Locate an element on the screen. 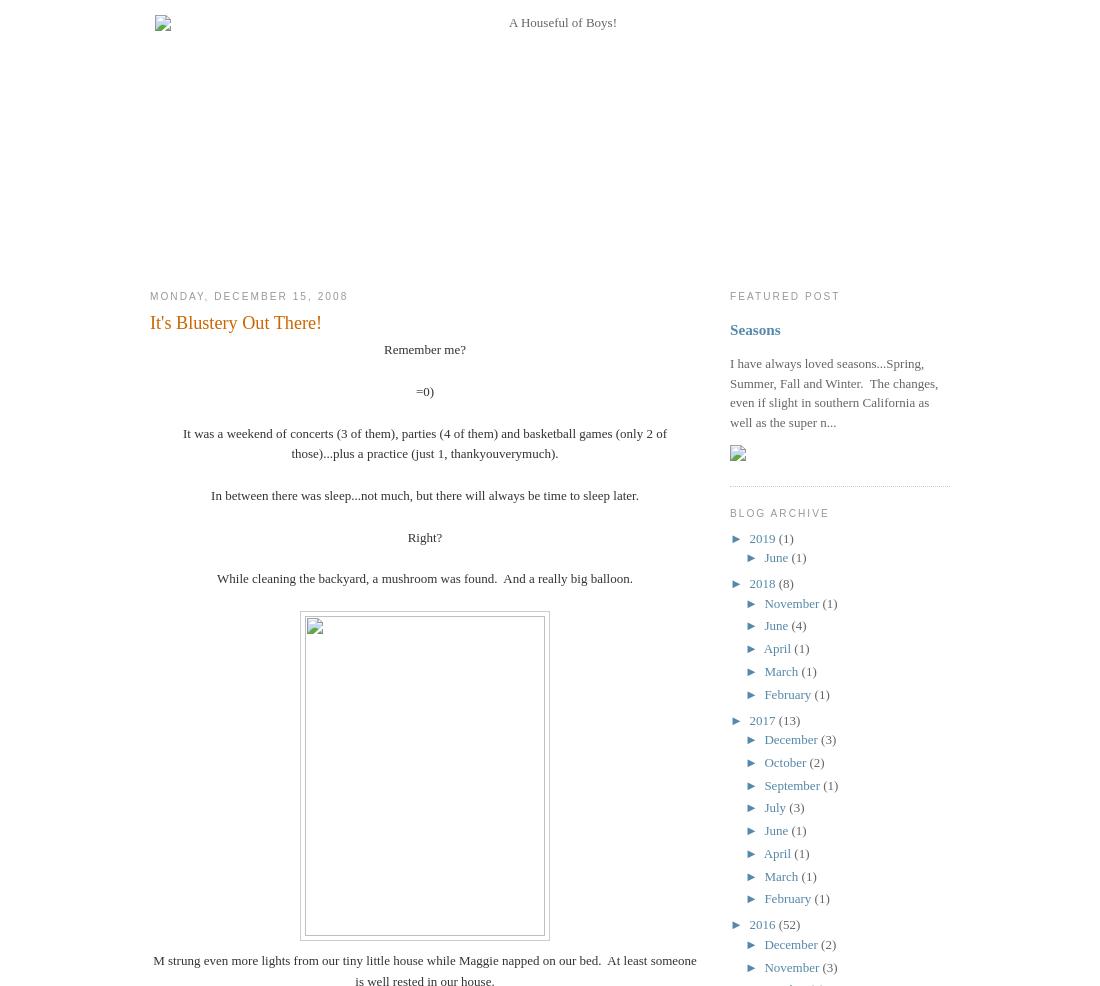  '(8)' is located at coordinates (778, 583).